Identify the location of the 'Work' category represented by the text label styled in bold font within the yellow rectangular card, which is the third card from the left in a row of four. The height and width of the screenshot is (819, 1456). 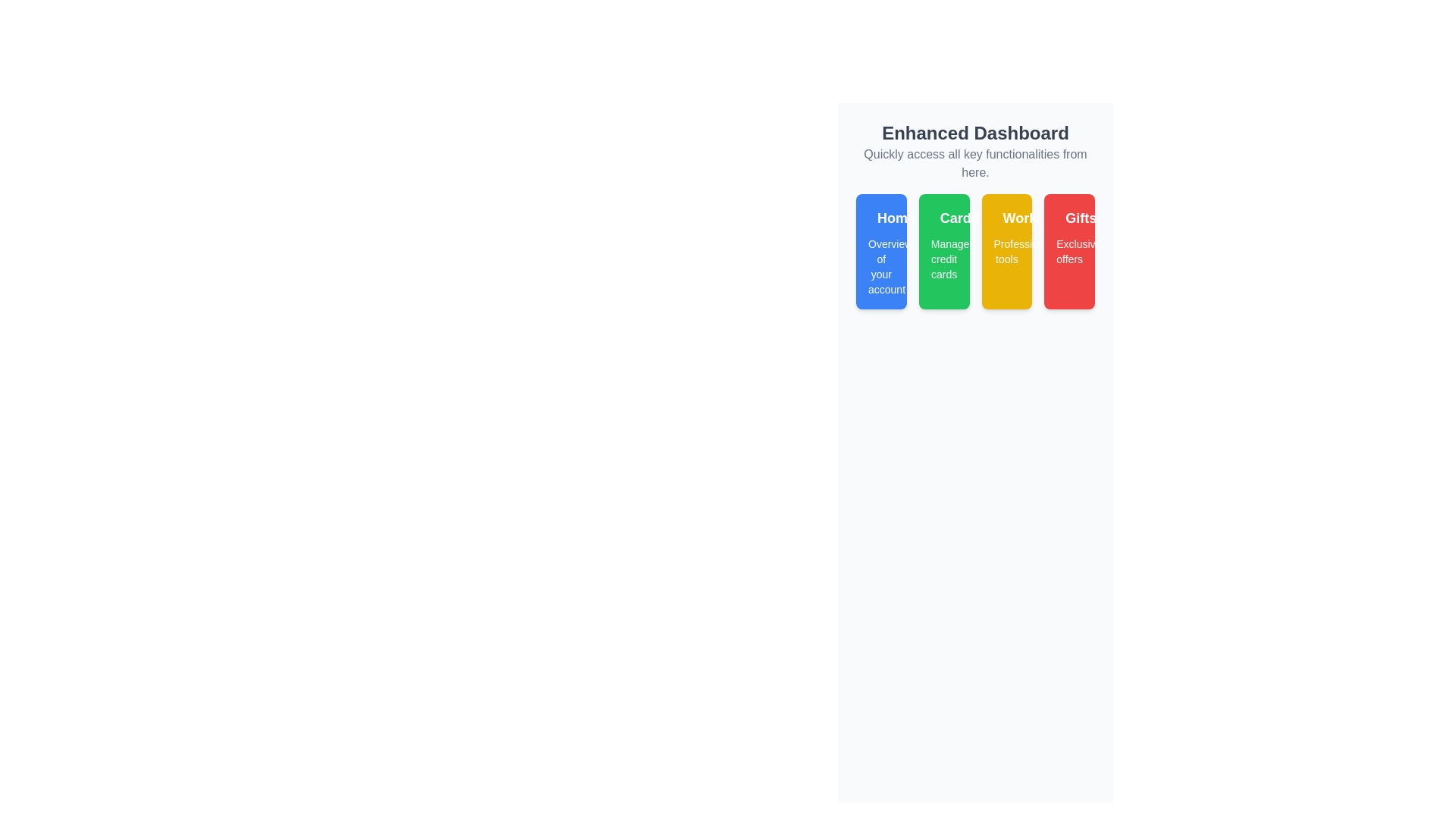
(1006, 218).